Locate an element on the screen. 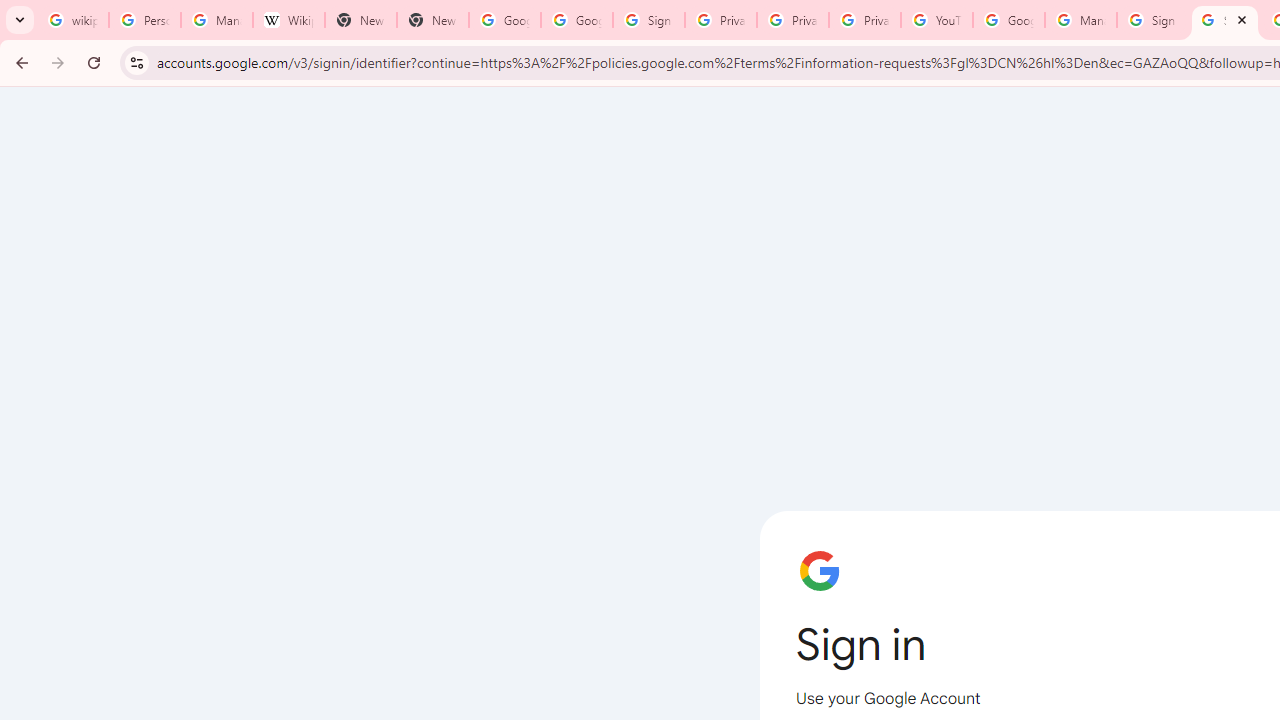 This screenshot has width=1280, height=720. 'Personalization & Google Search results - Google Search Help' is located at coordinates (143, 20).